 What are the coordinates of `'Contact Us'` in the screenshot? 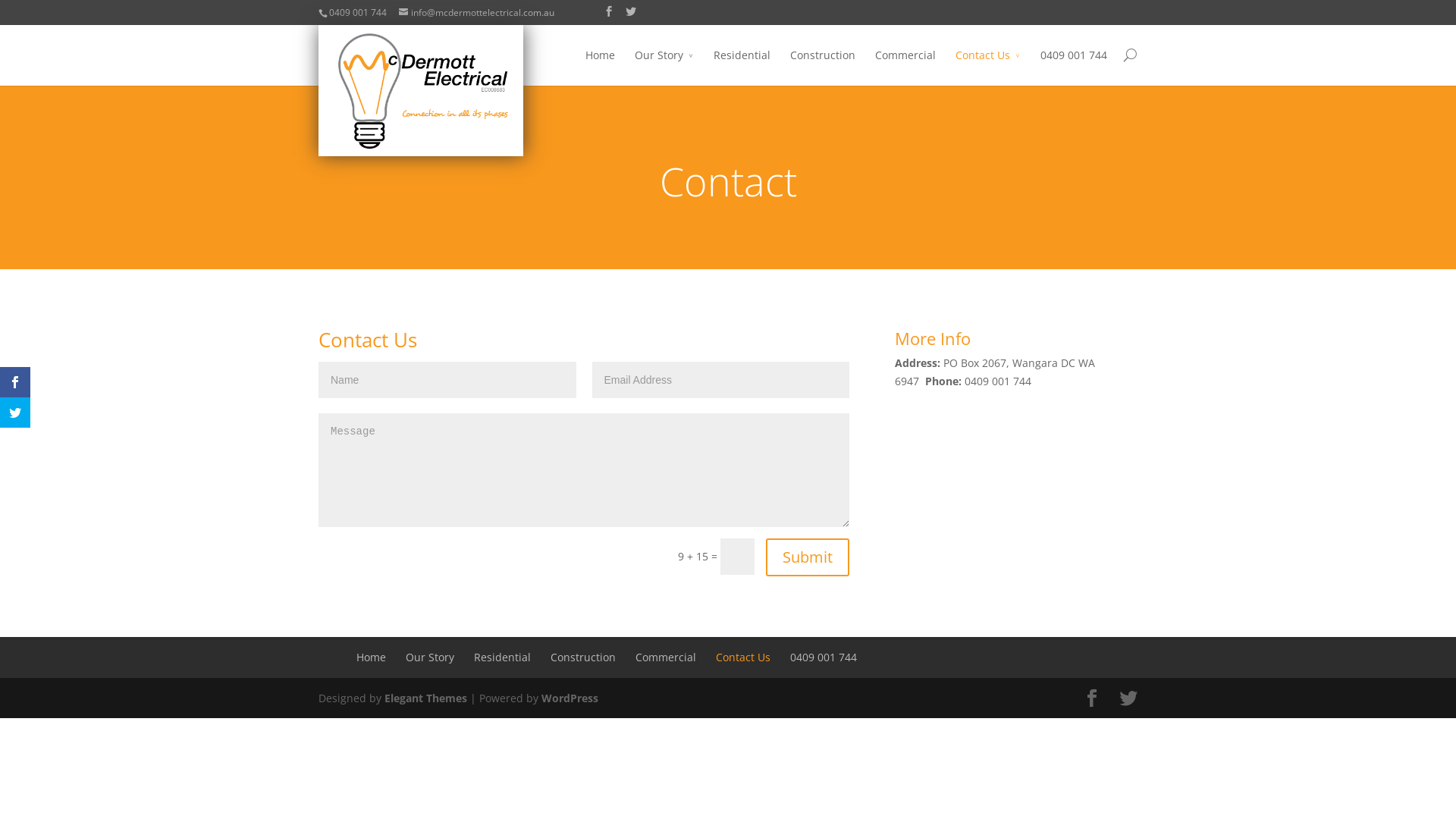 It's located at (987, 65).